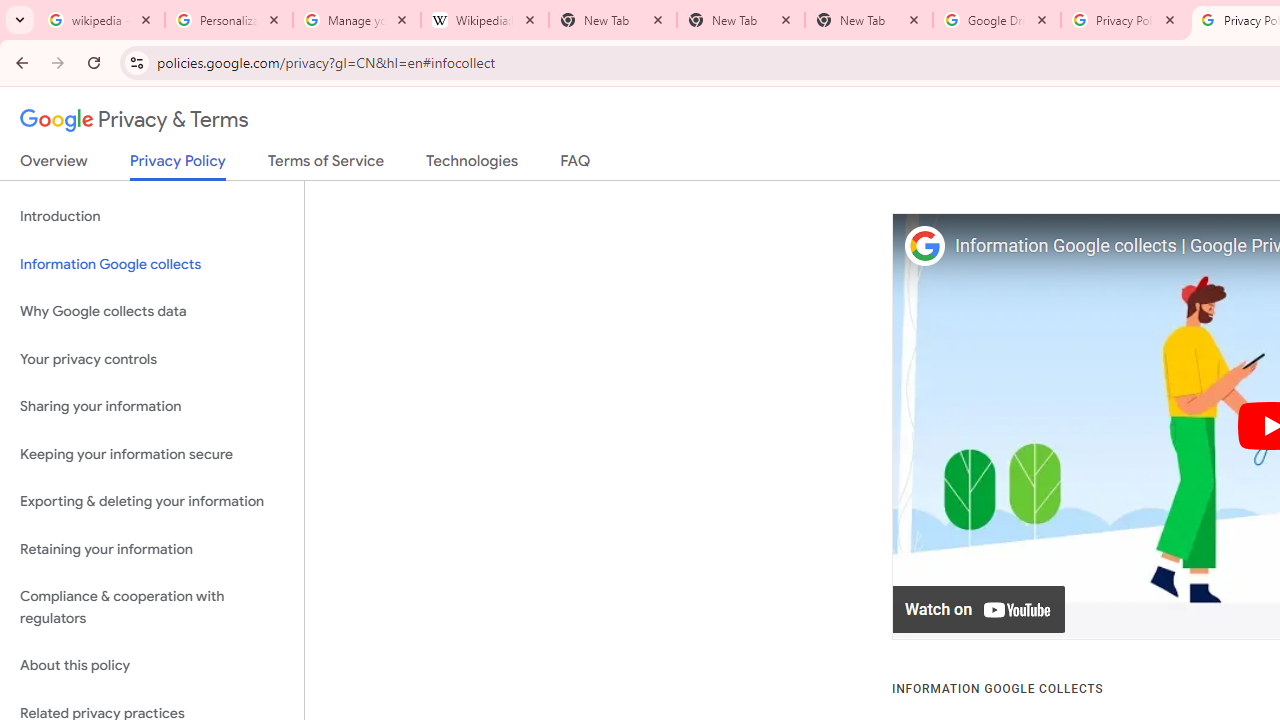  Describe the element at coordinates (151, 358) in the screenshot. I see `'Your privacy controls'` at that location.